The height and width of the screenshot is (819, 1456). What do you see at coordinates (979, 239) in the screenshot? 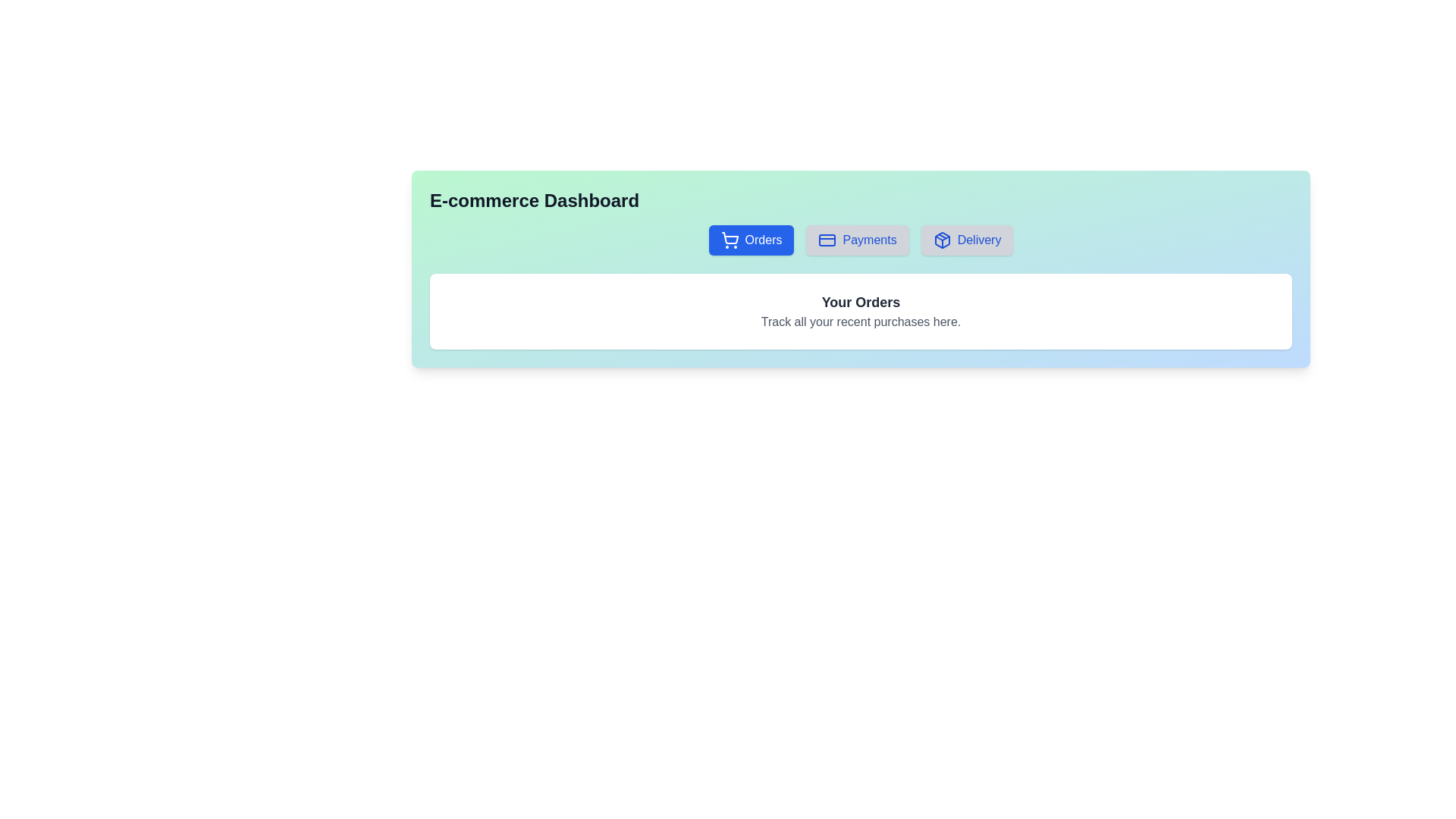
I see `the 'Delivery' label within its button, which is located in the top section of the interface to the far right among a row of buttons` at bounding box center [979, 239].